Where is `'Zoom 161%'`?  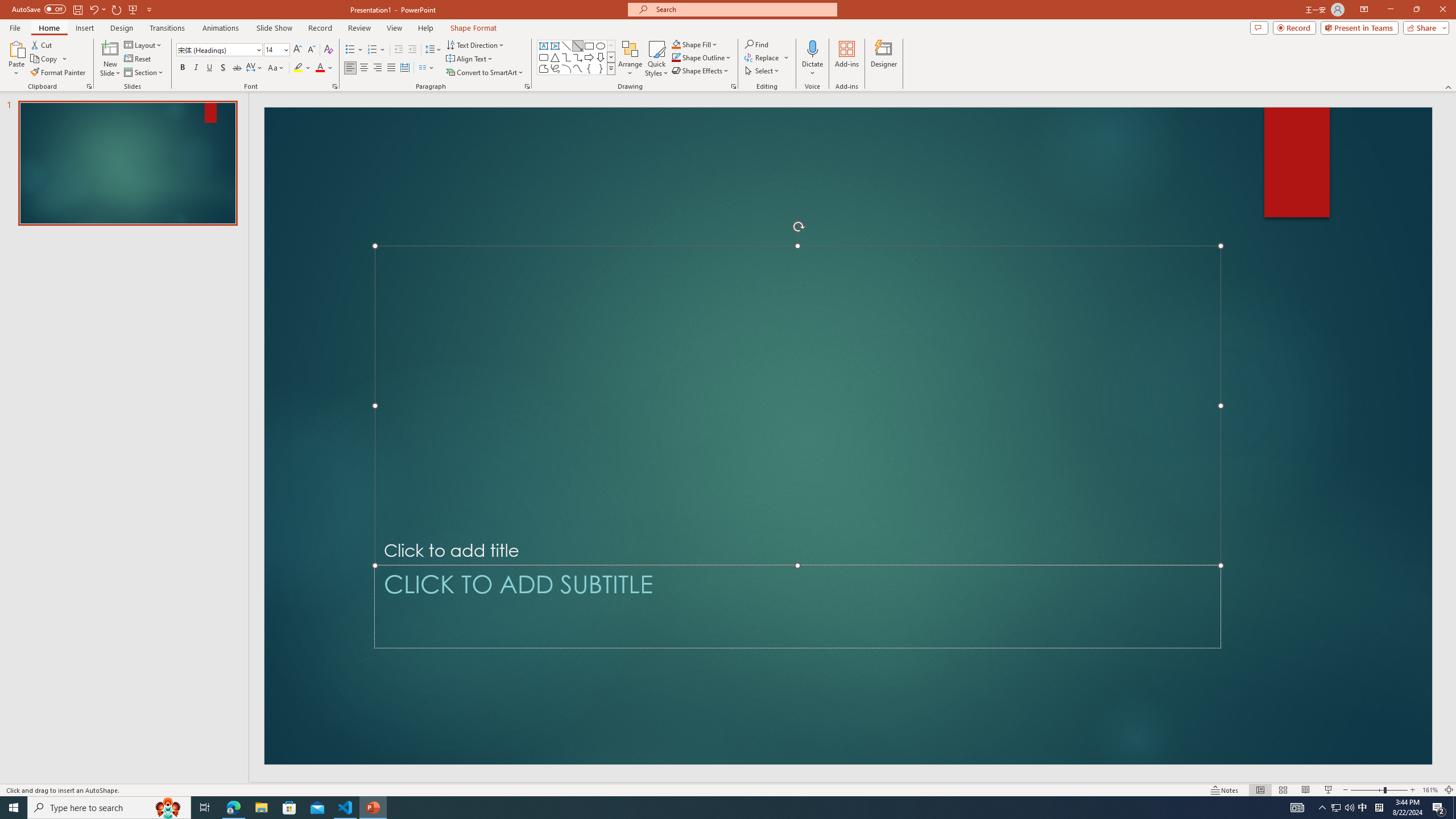
'Zoom 161%' is located at coordinates (1430, 790).